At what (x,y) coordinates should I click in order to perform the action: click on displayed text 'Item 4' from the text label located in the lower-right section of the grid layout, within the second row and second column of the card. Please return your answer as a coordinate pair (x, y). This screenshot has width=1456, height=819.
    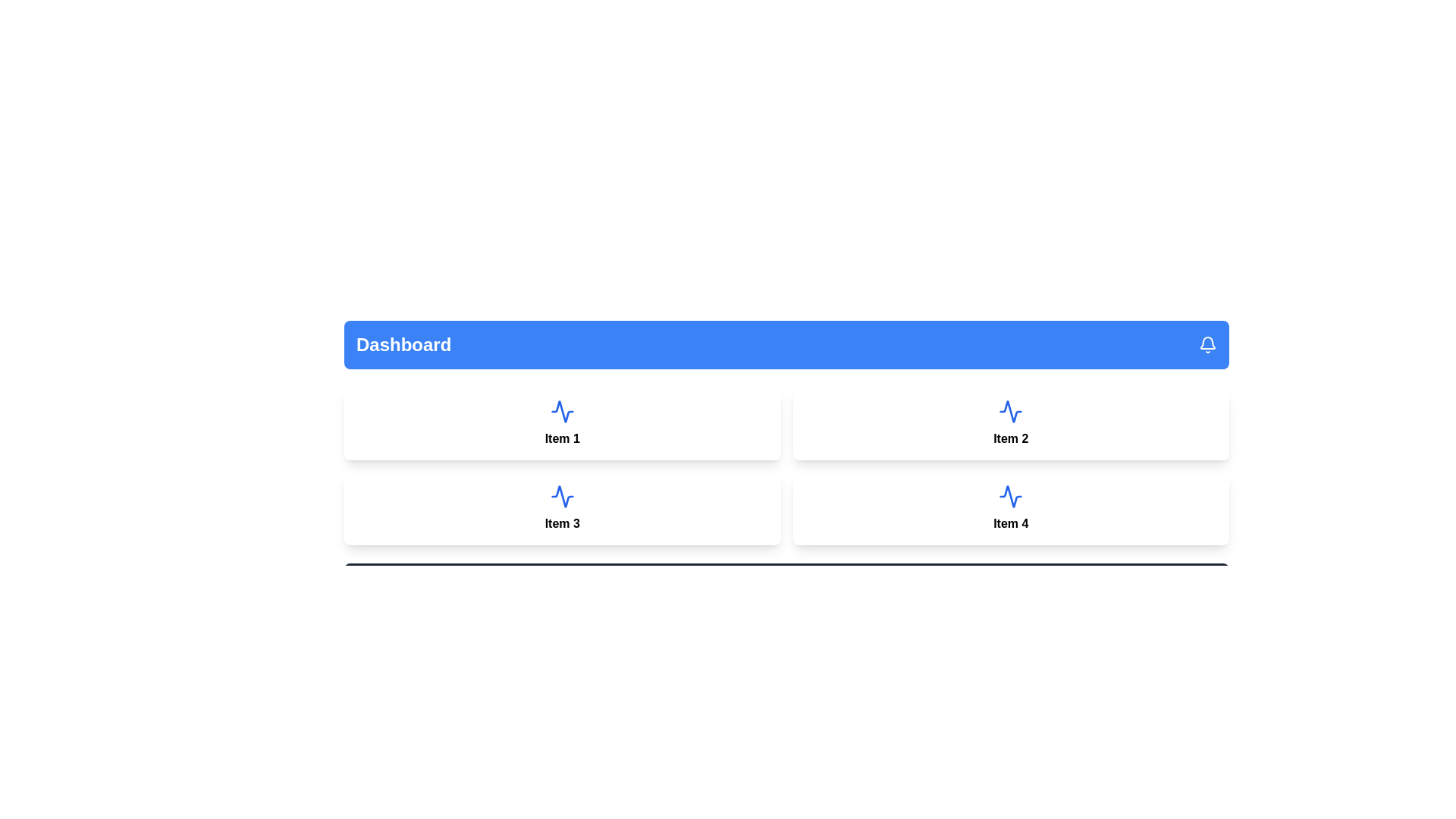
    Looking at the image, I should click on (1011, 522).